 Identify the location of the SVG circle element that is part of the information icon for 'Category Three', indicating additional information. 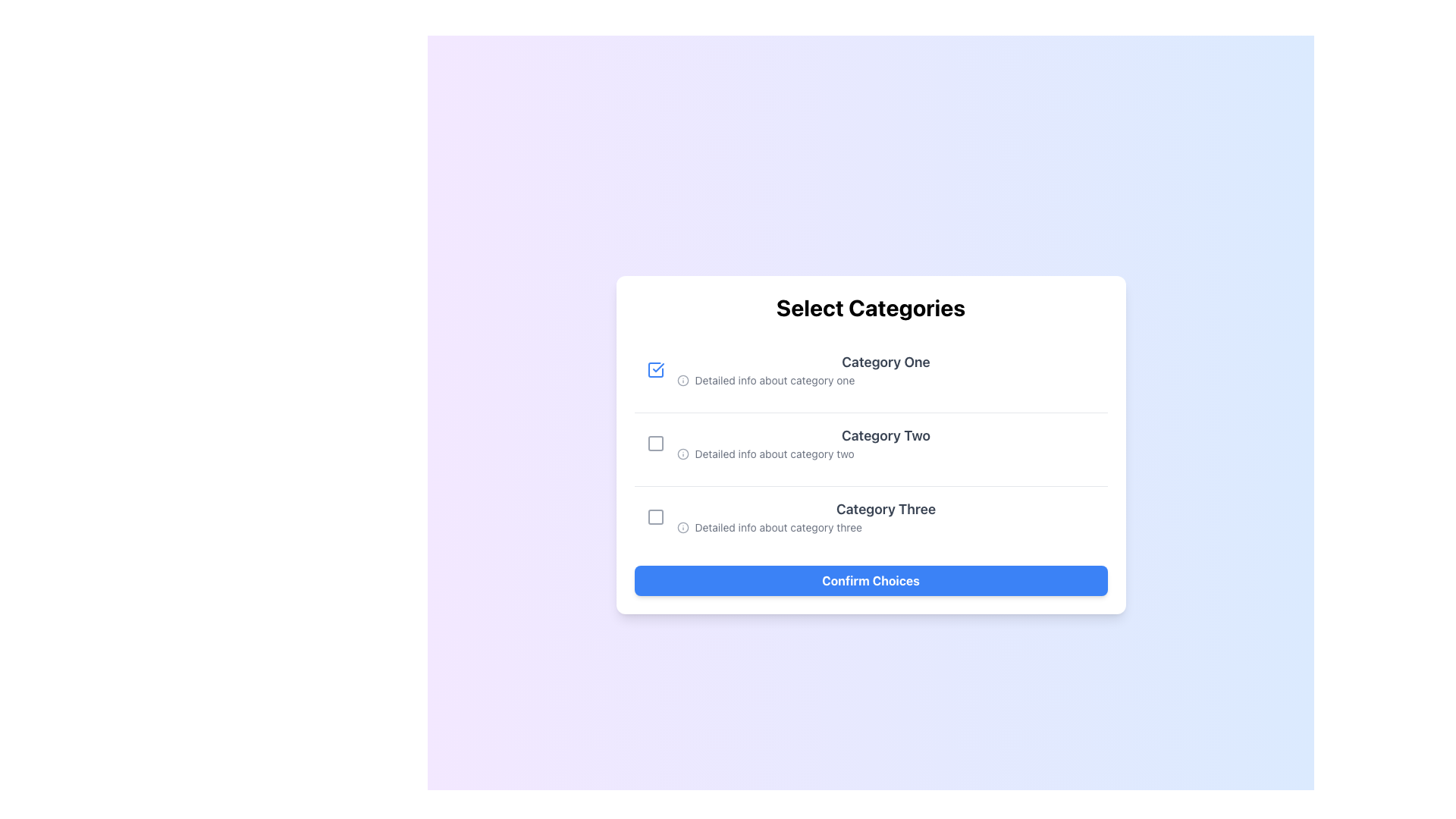
(682, 526).